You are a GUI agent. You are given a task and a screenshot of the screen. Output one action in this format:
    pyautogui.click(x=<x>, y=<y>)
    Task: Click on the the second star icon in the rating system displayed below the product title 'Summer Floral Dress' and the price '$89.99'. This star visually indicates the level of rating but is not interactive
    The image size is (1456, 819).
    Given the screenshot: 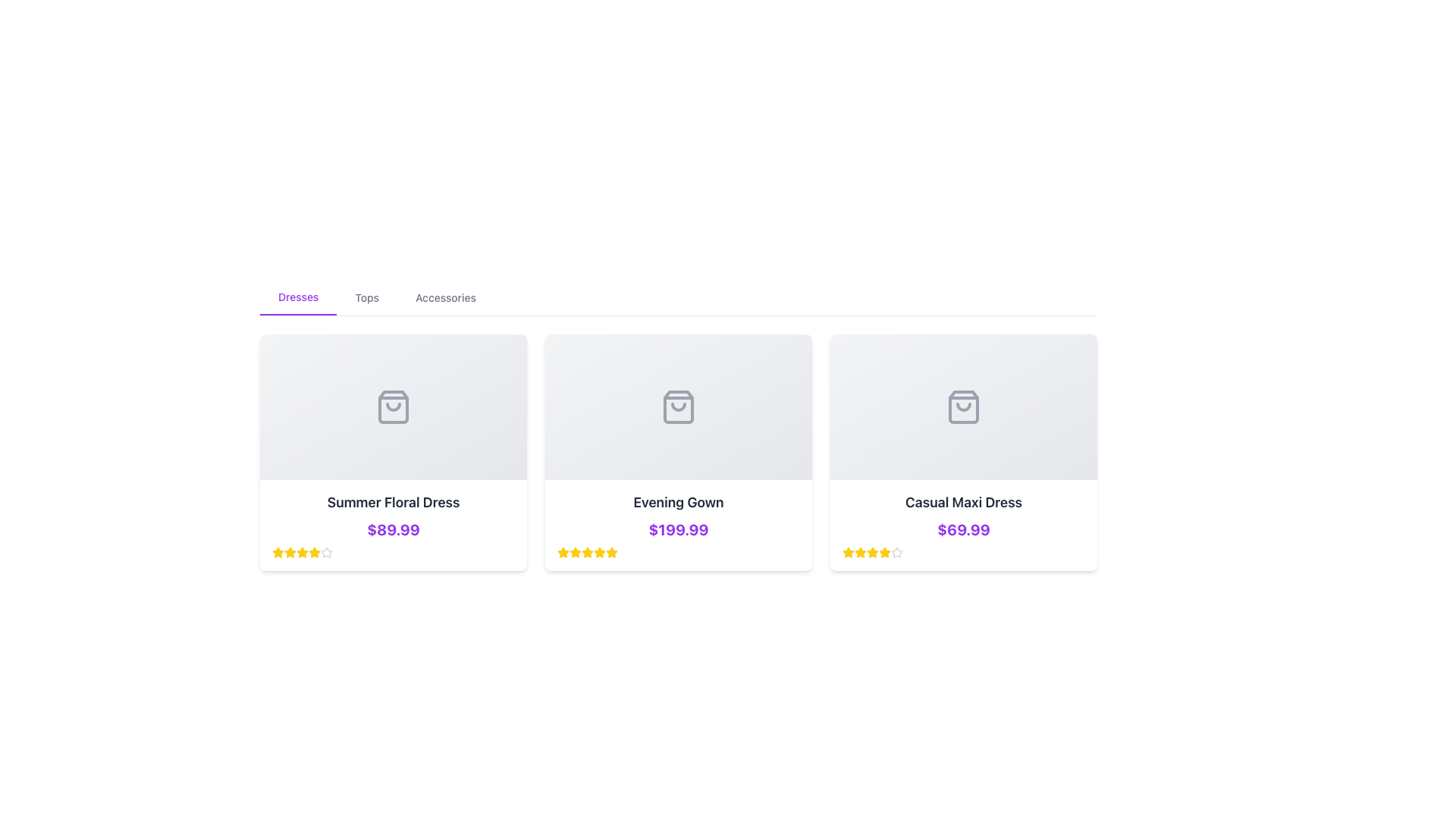 What is the action you would take?
    pyautogui.click(x=290, y=552)
    